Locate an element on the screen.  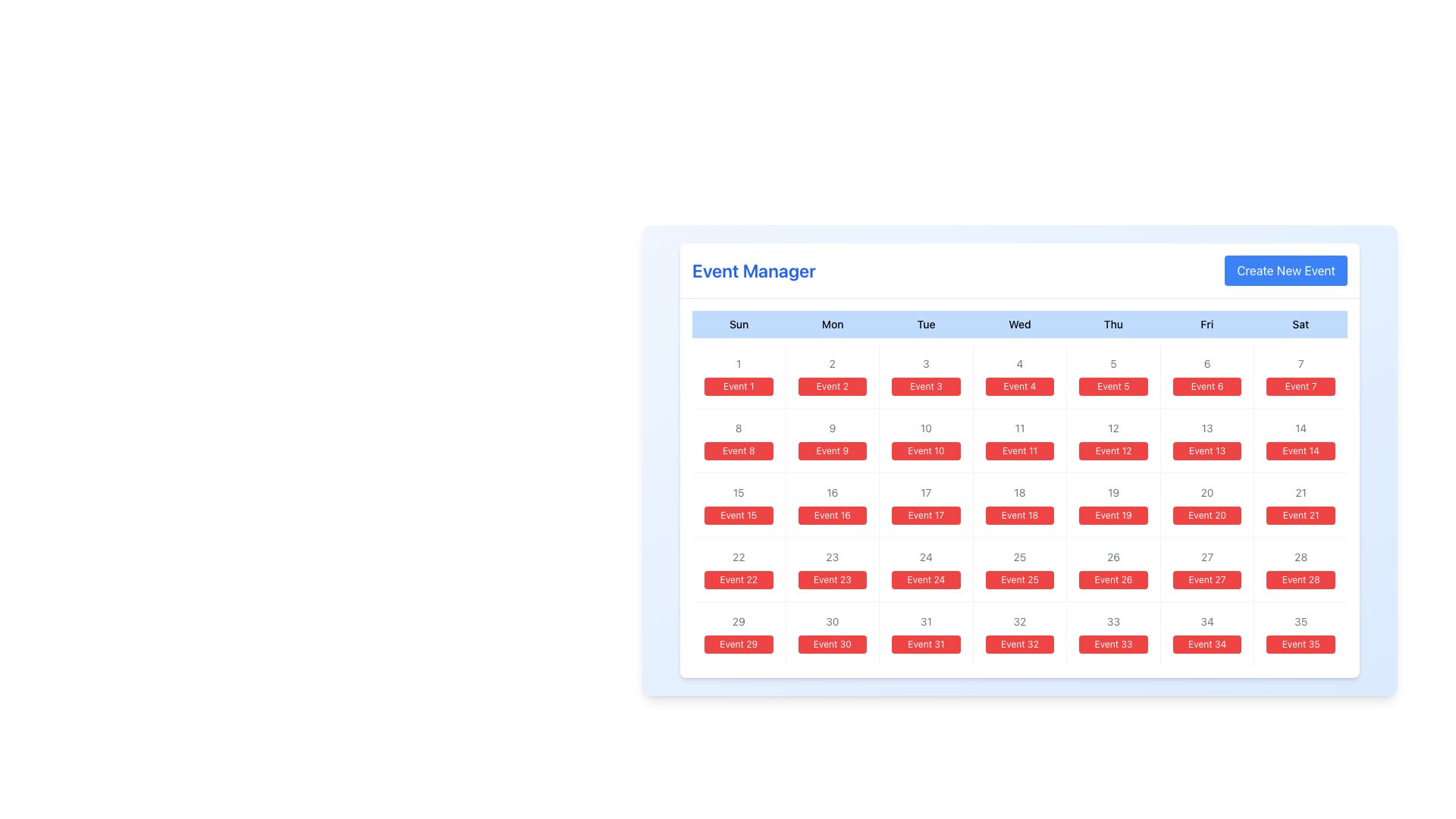
the list item with highlighted event labeled 'Event 14' is located at coordinates (1300, 441).